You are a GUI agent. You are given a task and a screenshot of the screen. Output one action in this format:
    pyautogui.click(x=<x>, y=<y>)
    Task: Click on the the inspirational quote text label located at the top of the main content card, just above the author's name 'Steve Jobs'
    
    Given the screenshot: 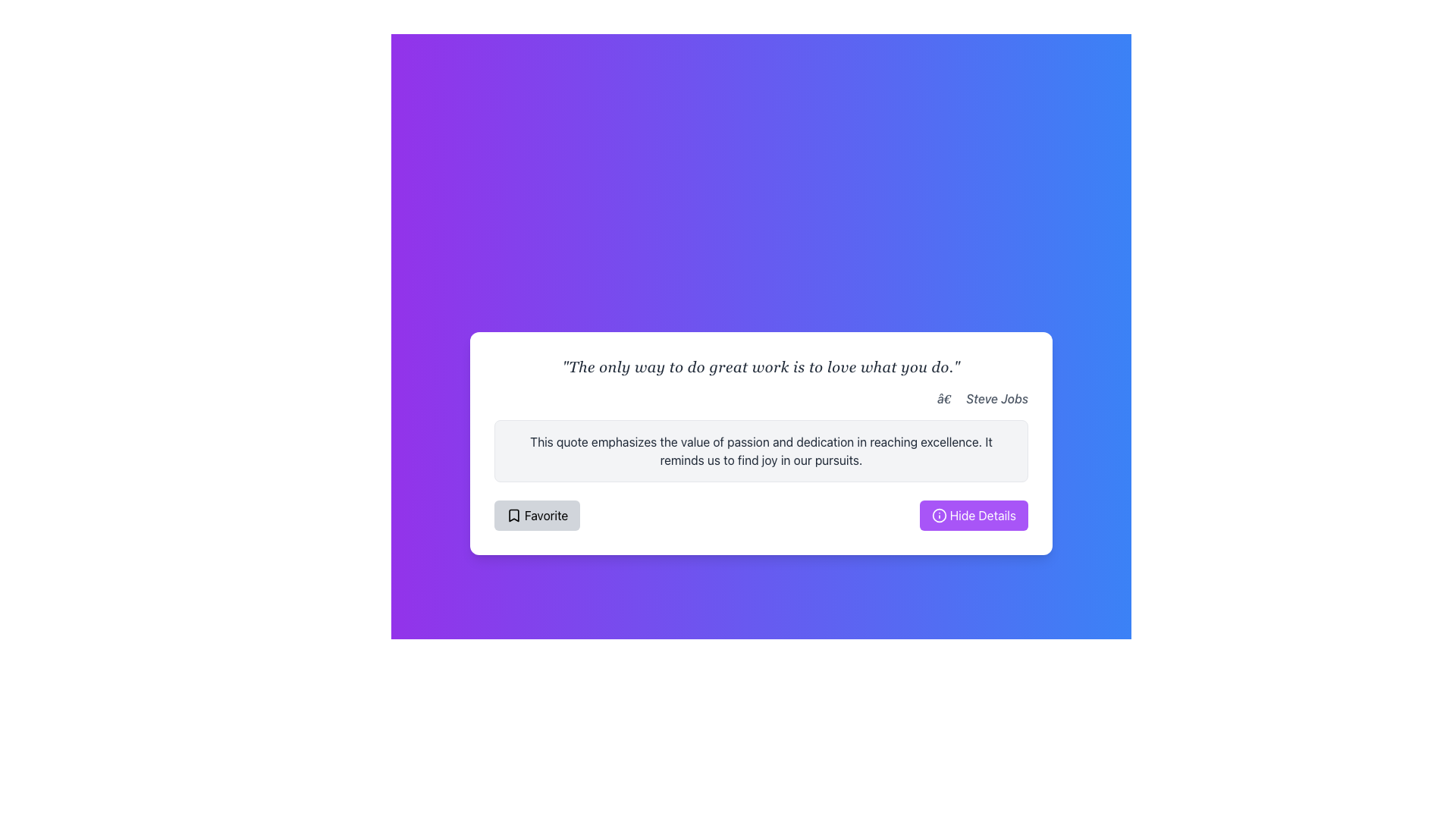 What is the action you would take?
    pyautogui.click(x=761, y=366)
    